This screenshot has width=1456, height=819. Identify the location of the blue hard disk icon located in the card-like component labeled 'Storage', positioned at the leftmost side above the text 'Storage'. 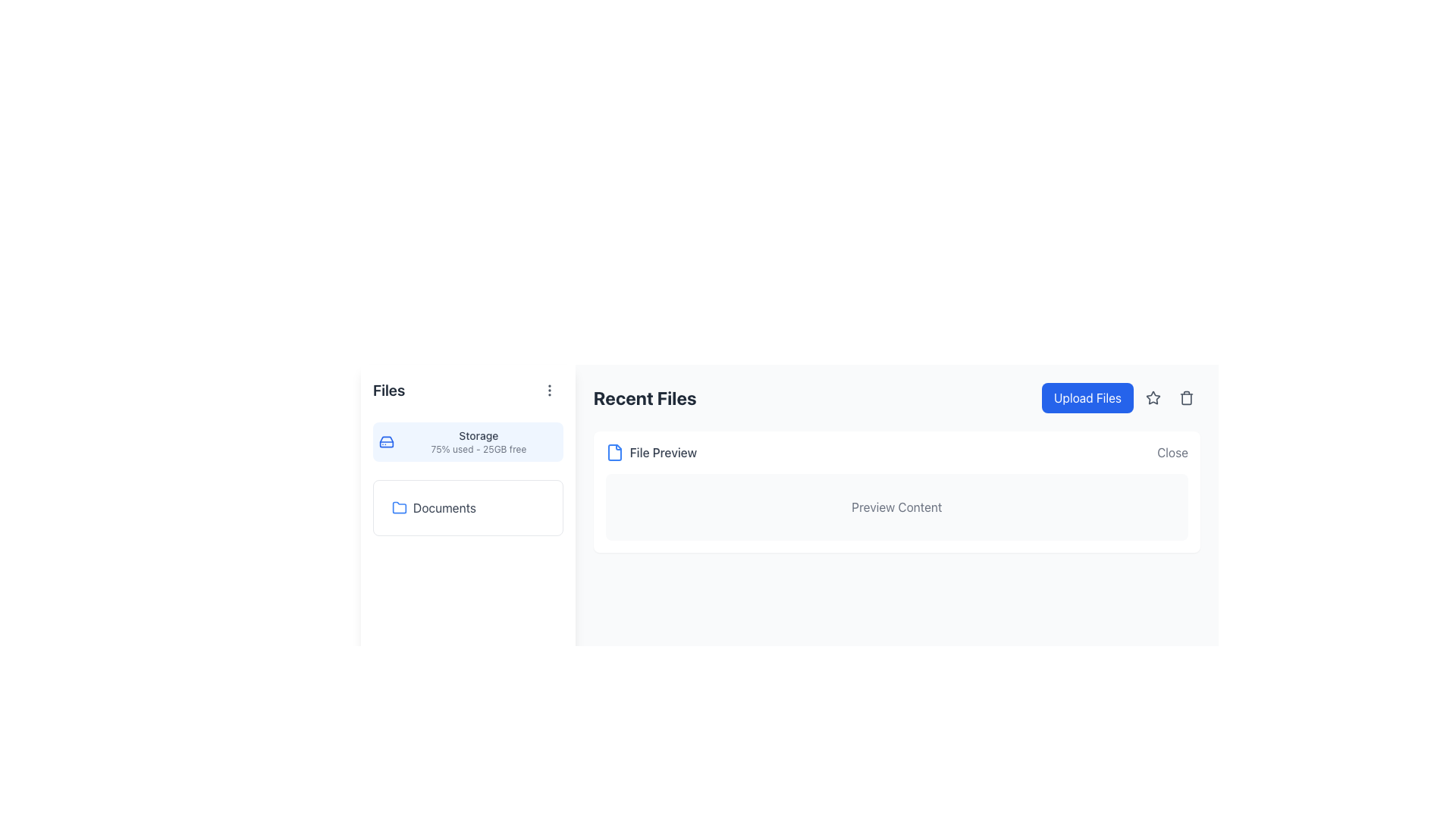
(386, 441).